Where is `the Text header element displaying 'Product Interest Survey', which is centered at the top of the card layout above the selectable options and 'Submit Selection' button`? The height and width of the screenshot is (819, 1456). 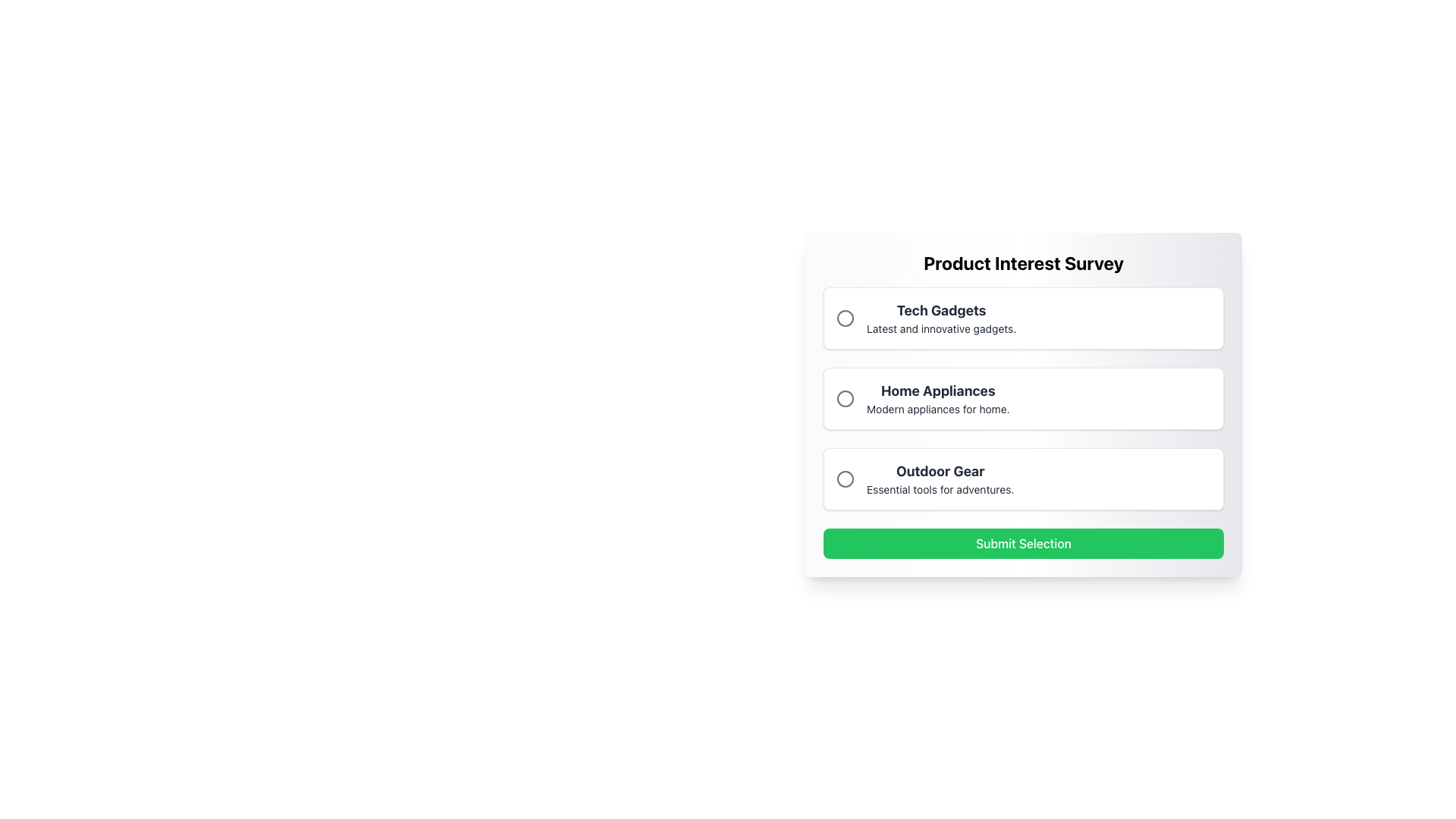 the Text header element displaying 'Product Interest Survey', which is centered at the top of the card layout above the selectable options and 'Submit Selection' button is located at coordinates (1023, 262).